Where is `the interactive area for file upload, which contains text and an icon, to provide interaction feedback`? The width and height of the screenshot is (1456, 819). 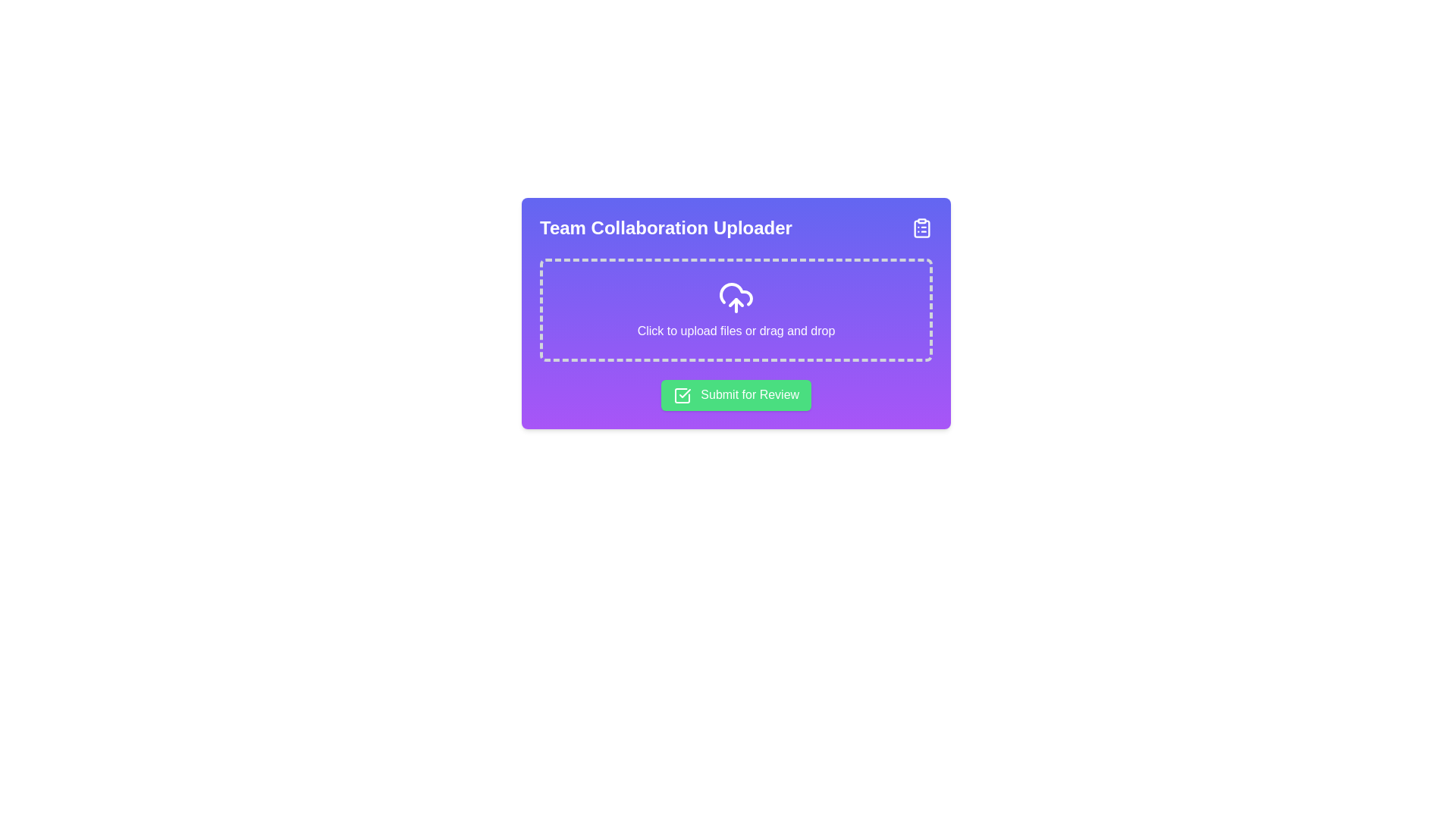
the interactive area for file upload, which contains text and an icon, to provide interaction feedback is located at coordinates (736, 309).